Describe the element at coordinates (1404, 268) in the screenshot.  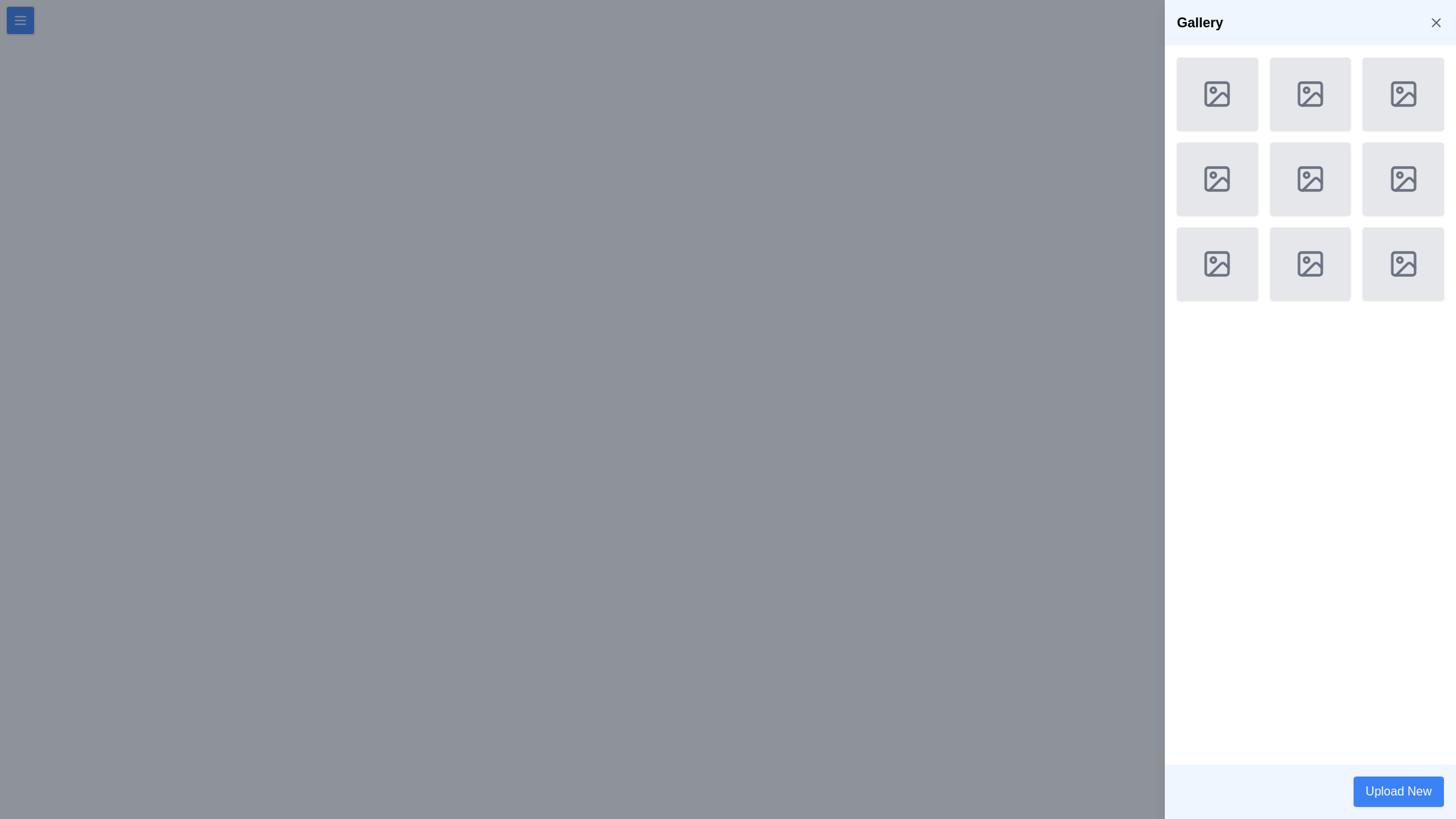
I see `vector graphic element displaying a diagonal line in the bottom-right corner of the ninth image placeholder in the gallery sidebar` at that location.